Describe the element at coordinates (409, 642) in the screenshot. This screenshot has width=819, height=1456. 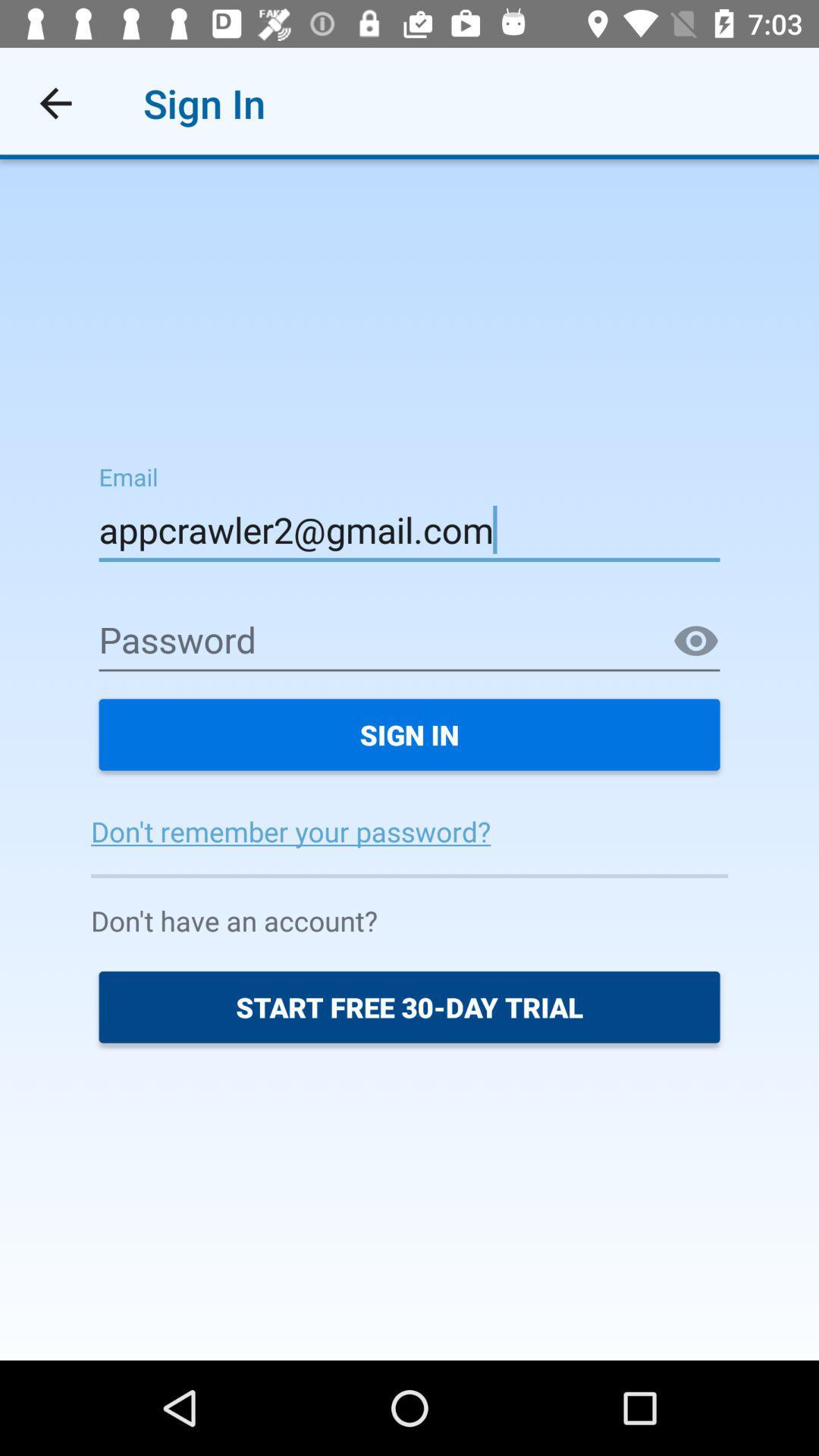
I see `password` at that location.